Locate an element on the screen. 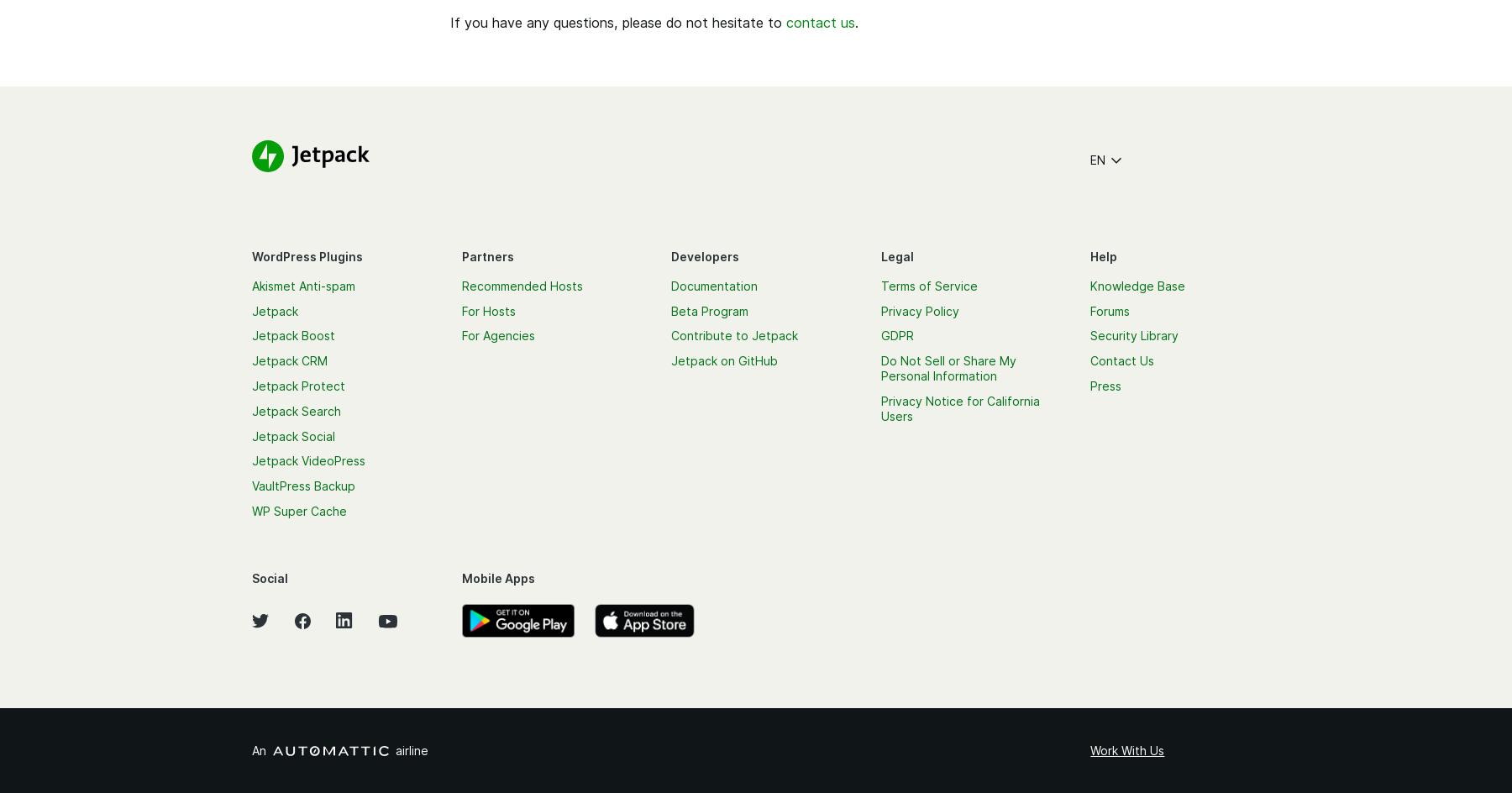  'For Hosts' is located at coordinates (488, 310).